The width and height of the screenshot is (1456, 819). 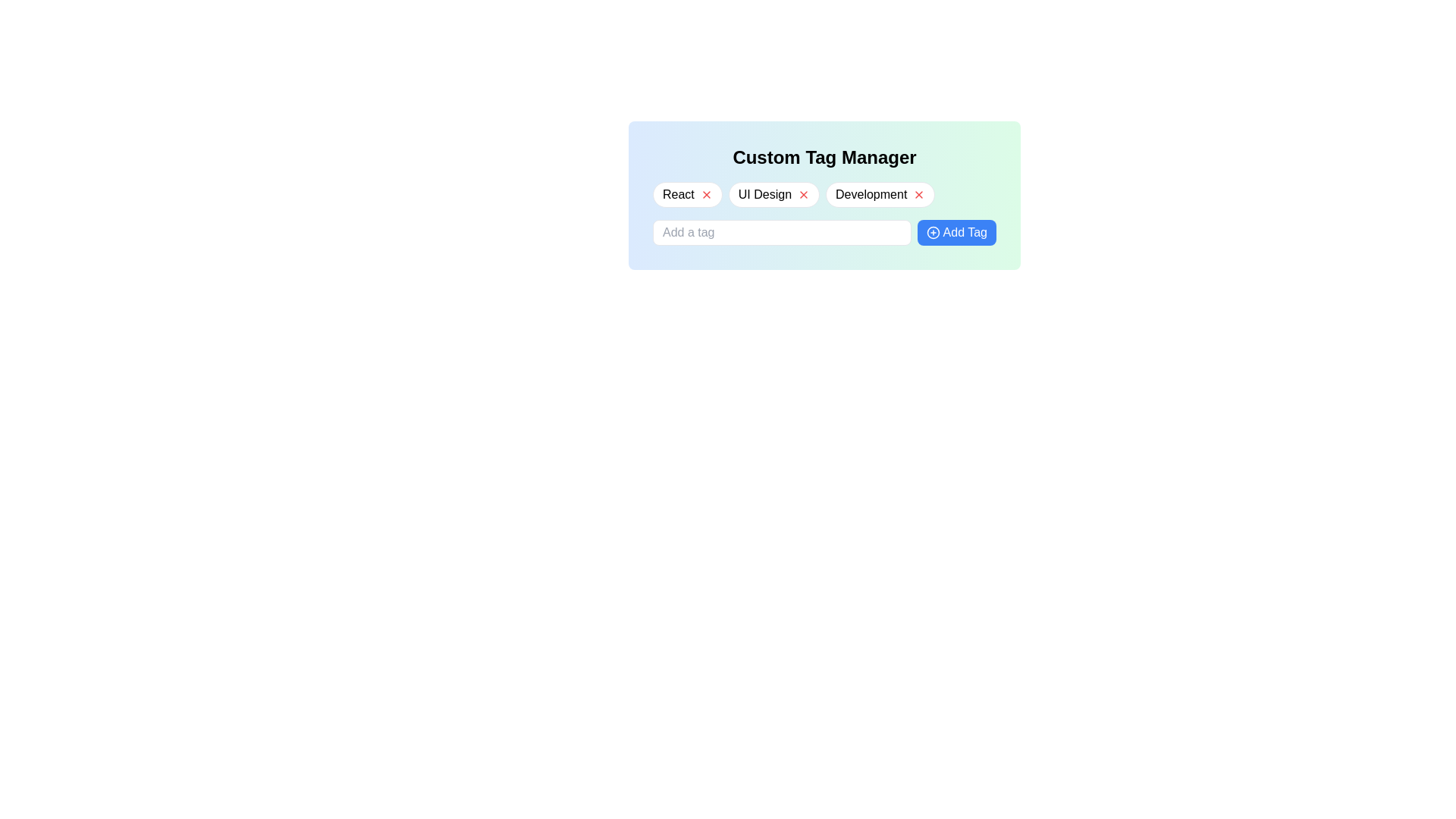 What do you see at coordinates (932, 233) in the screenshot?
I see `the graphical decorative circle that enhances the 'Add Tag' button located in the top-right section of the tag management UI` at bounding box center [932, 233].